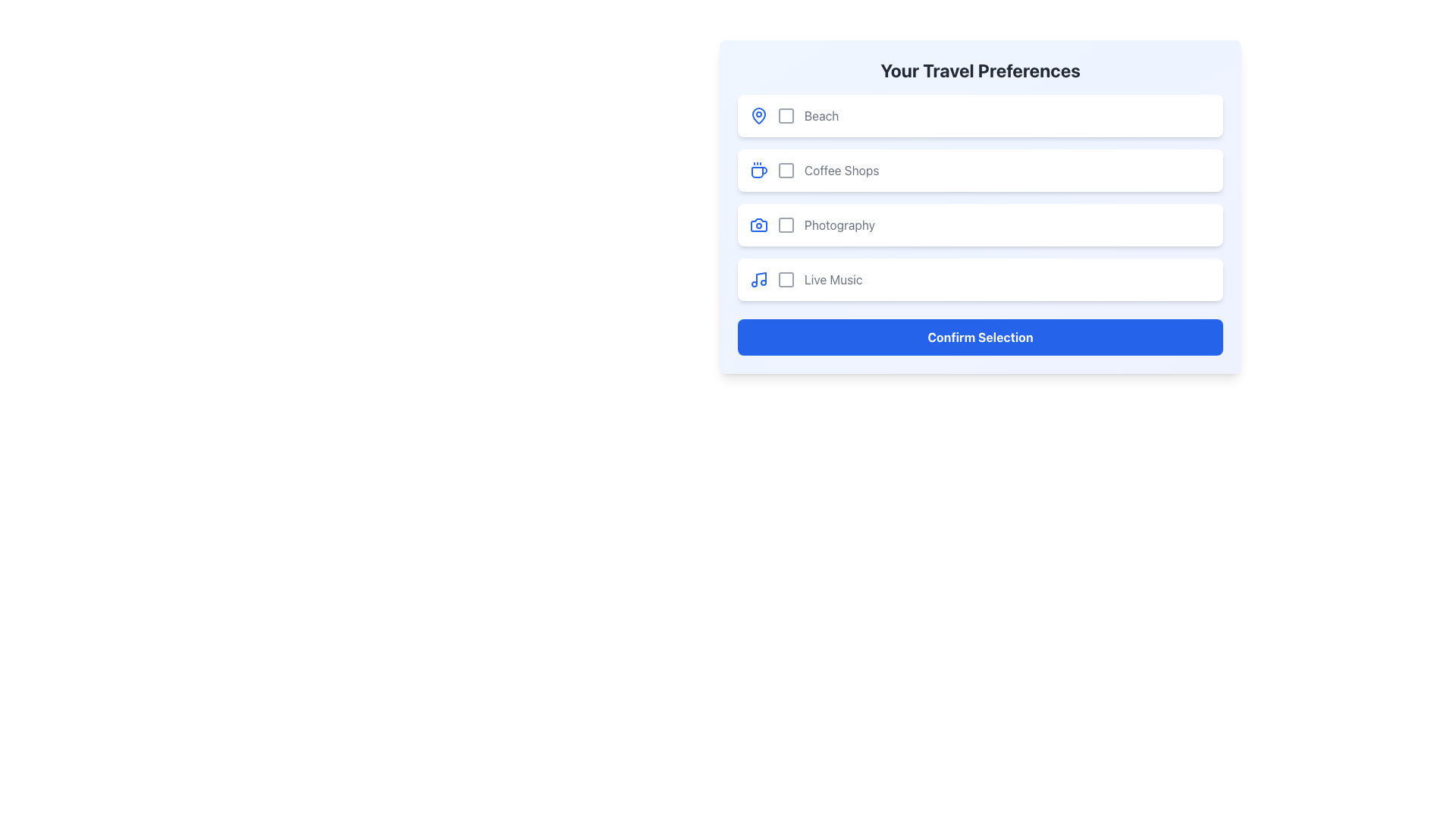 This screenshot has width=1456, height=819. Describe the element at coordinates (786, 225) in the screenshot. I see `the checkbox for 'Photography', which is the third checkbox` at that location.